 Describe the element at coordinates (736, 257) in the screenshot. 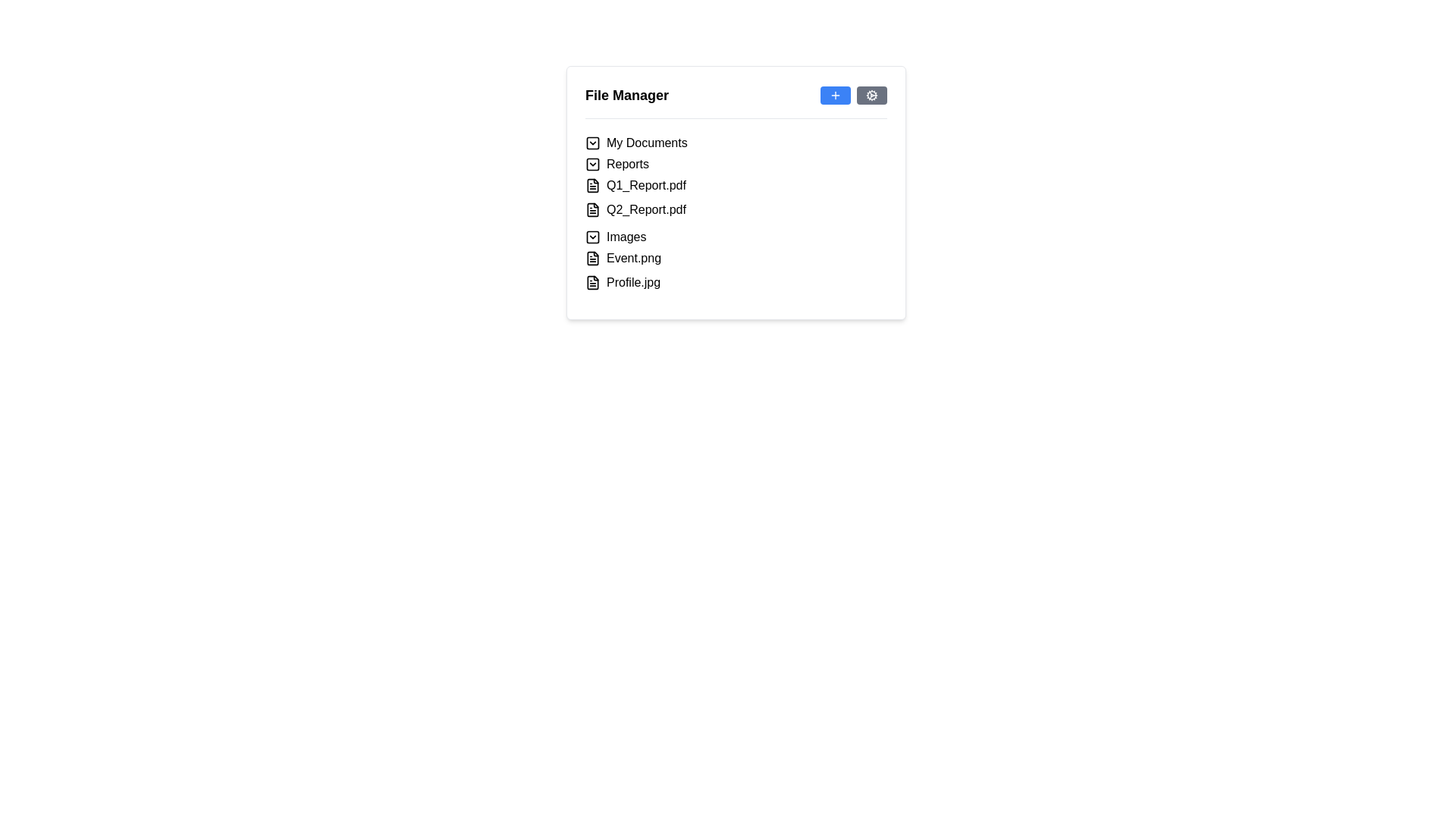

I see `the file entry 'Event.png'` at that location.